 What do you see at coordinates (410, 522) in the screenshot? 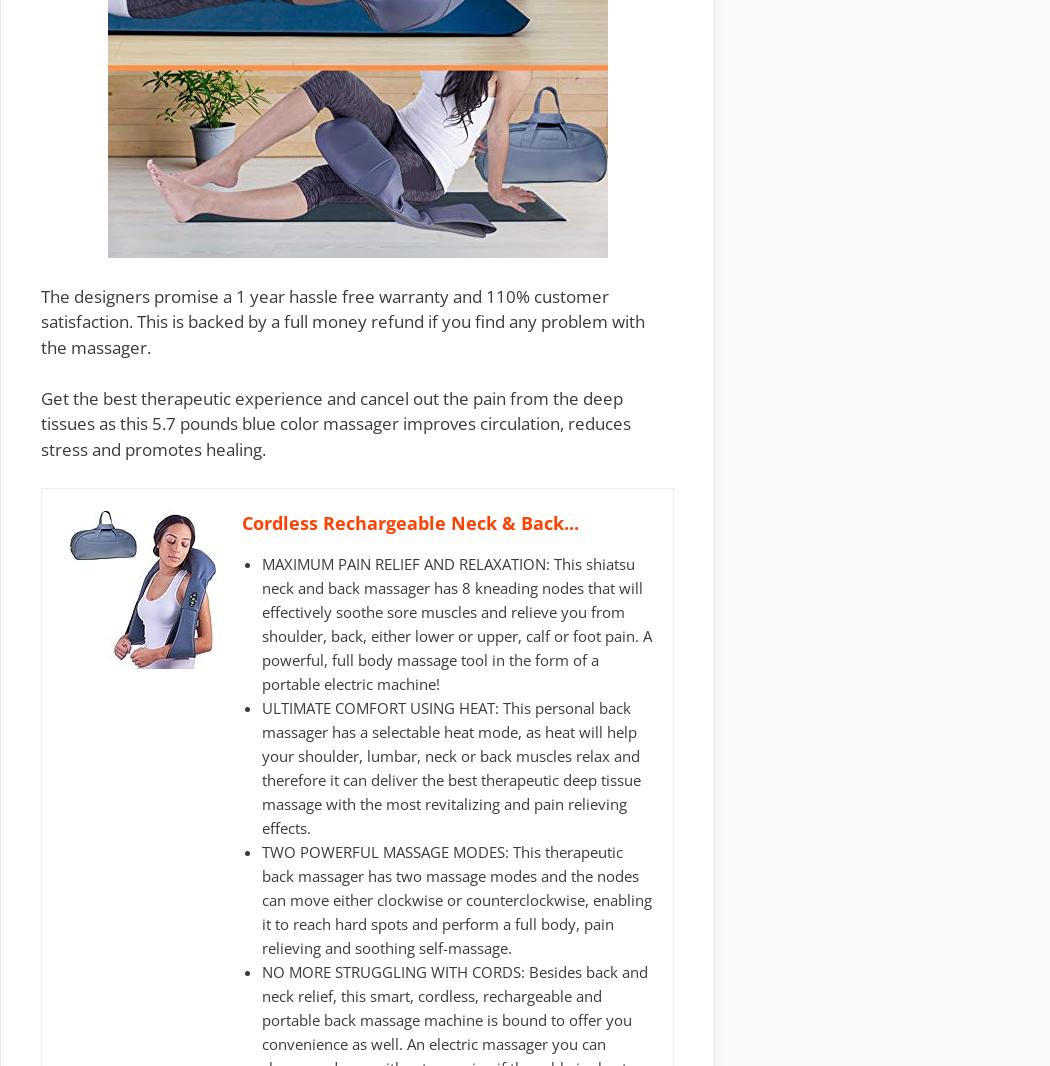
I see `'Cordless Rechargeable Neck & Back...'` at bounding box center [410, 522].